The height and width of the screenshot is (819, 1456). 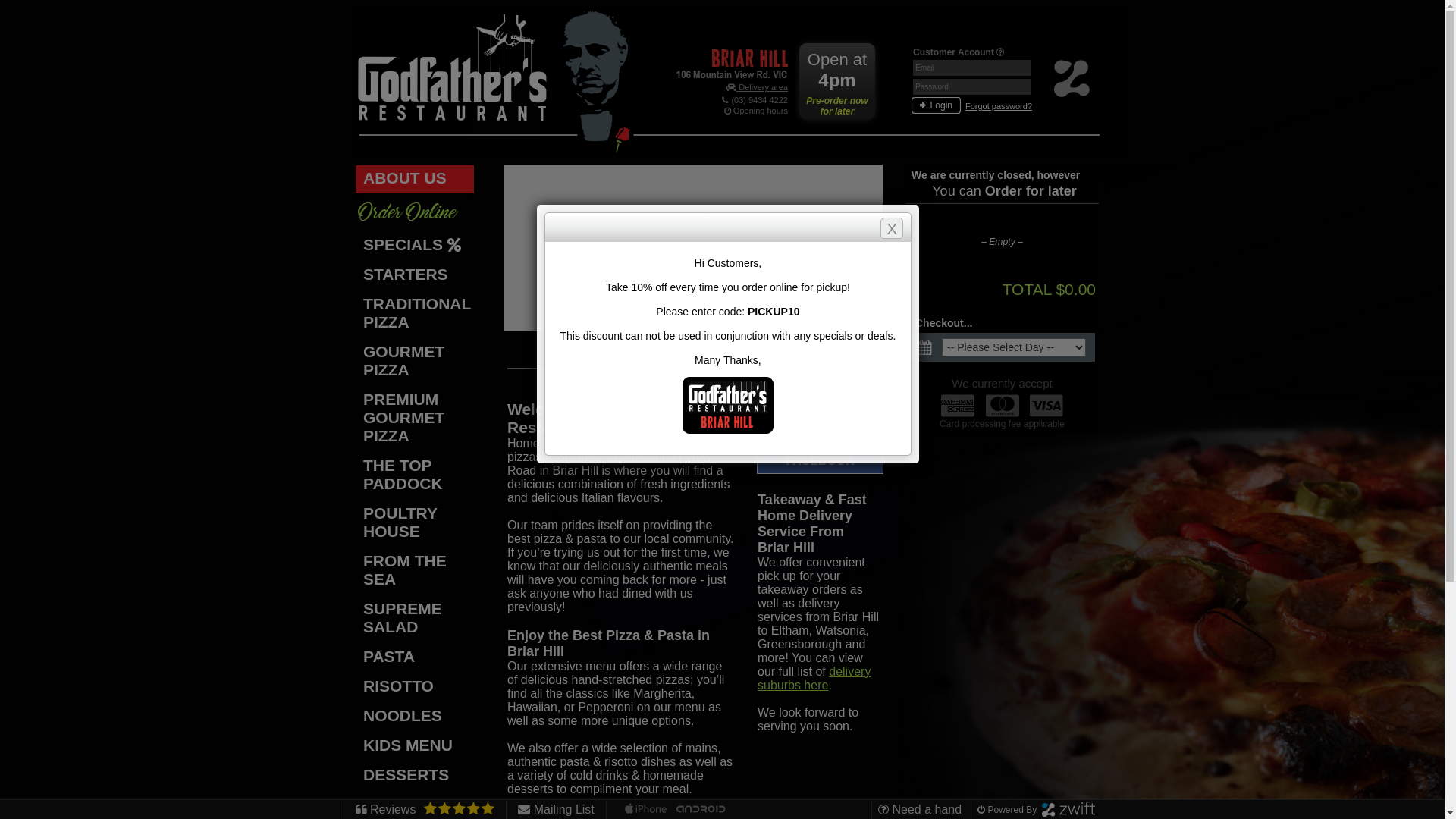 I want to click on 'FACEBOOK', so click(x=819, y=460).